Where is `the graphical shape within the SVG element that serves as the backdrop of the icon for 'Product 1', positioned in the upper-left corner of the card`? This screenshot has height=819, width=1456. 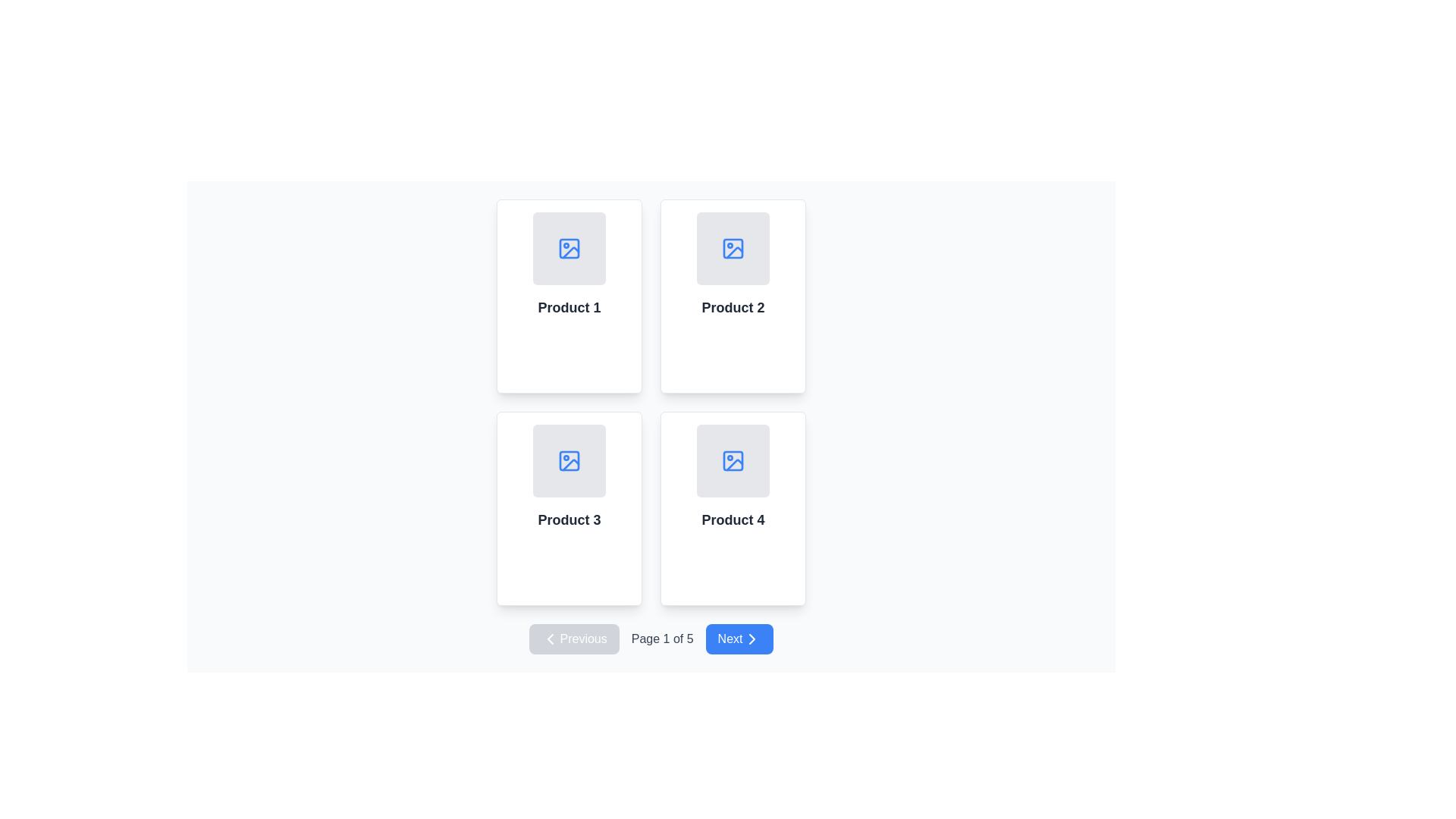 the graphical shape within the SVG element that serves as the backdrop of the icon for 'Product 1', positioned in the upper-left corner of the card is located at coordinates (568, 247).